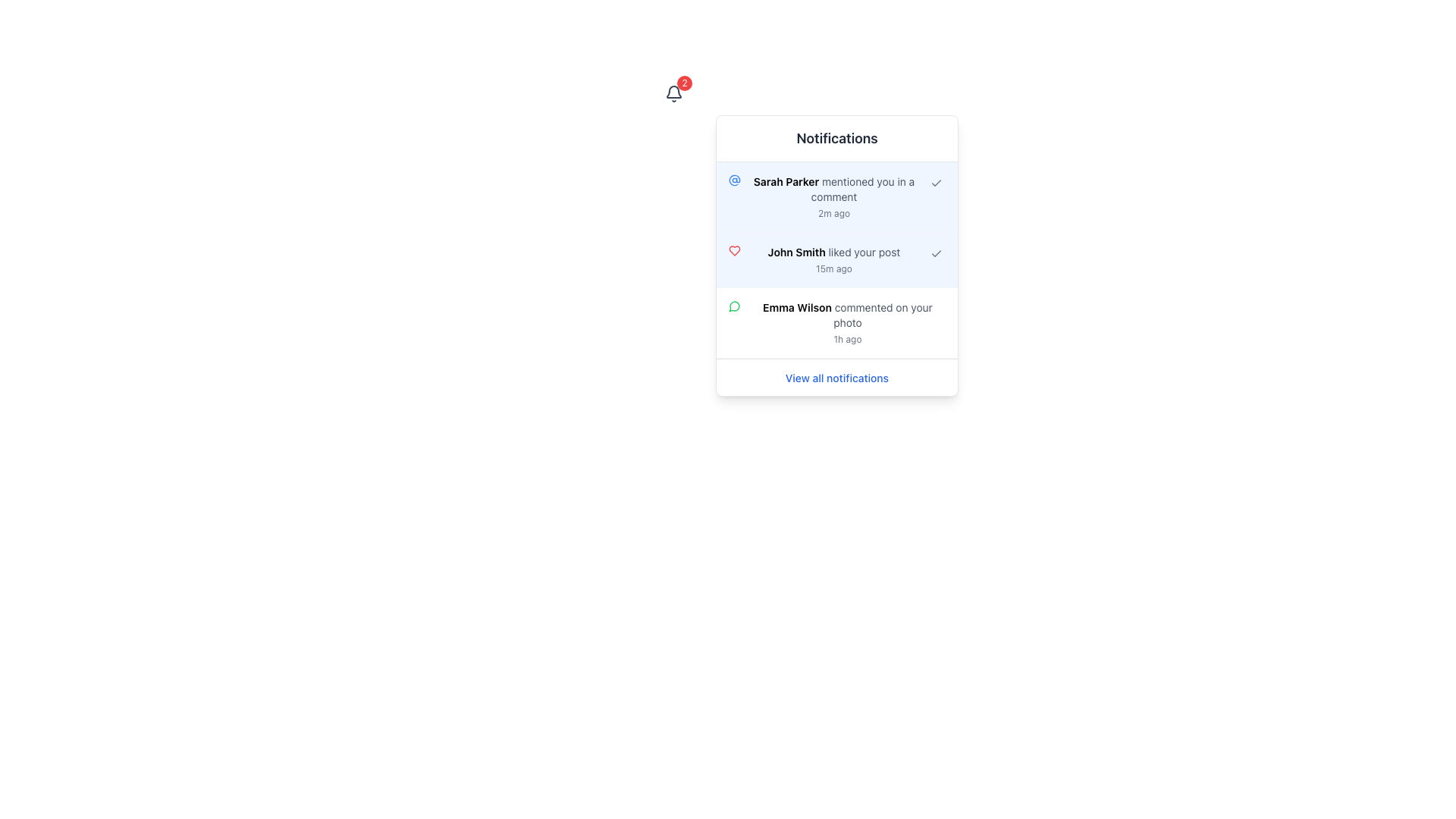  Describe the element at coordinates (796, 307) in the screenshot. I see `the text label 'Emma Wilson' within the third notification item of the 'Notifications' dropdown panel` at that location.